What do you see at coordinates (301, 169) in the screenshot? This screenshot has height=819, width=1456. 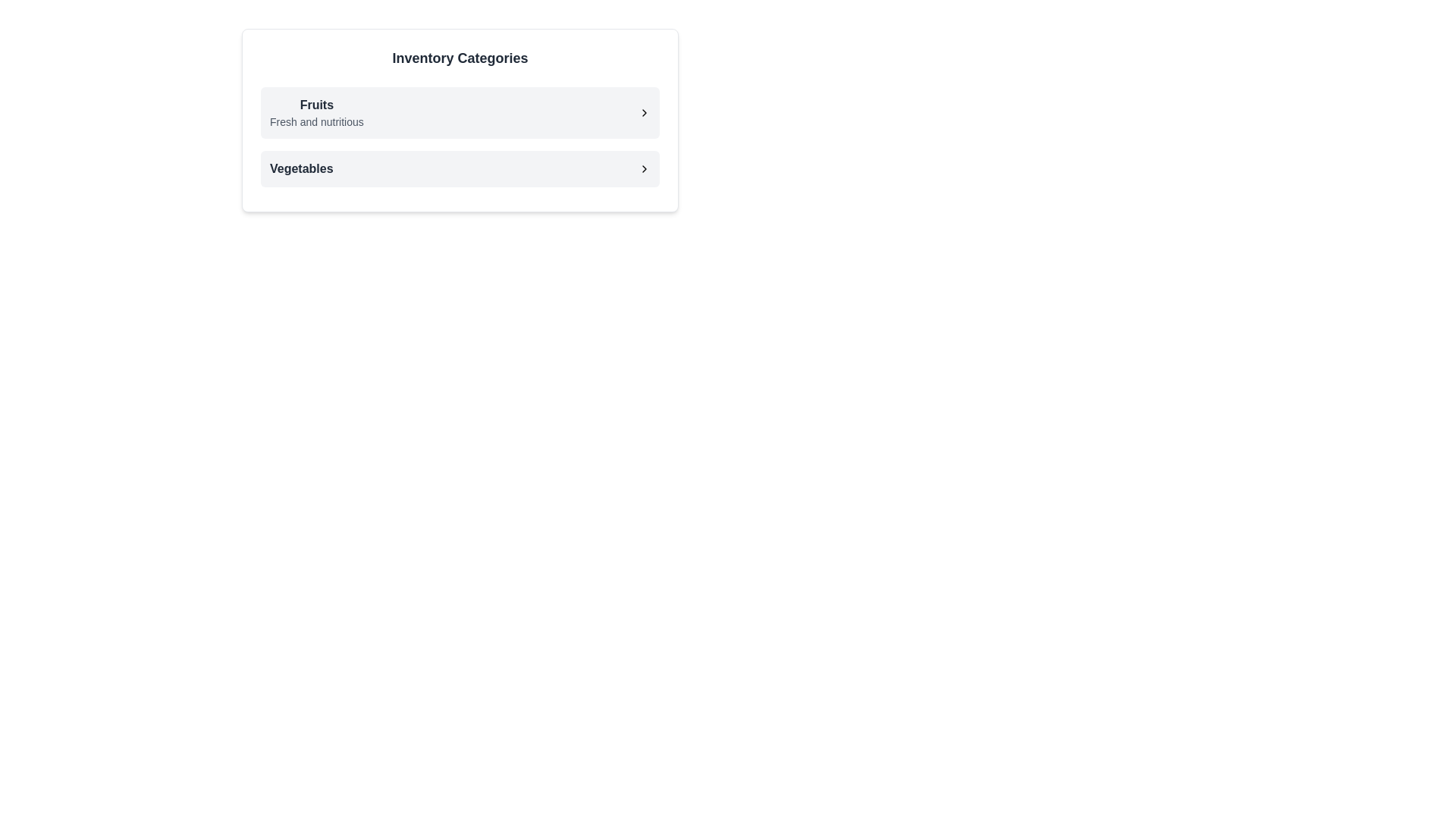 I see `the text label representing the 'Vegetables' category, which is located in the second selectable item of a vertically stacked list, below the 'Fruits' section` at bounding box center [301, 169].